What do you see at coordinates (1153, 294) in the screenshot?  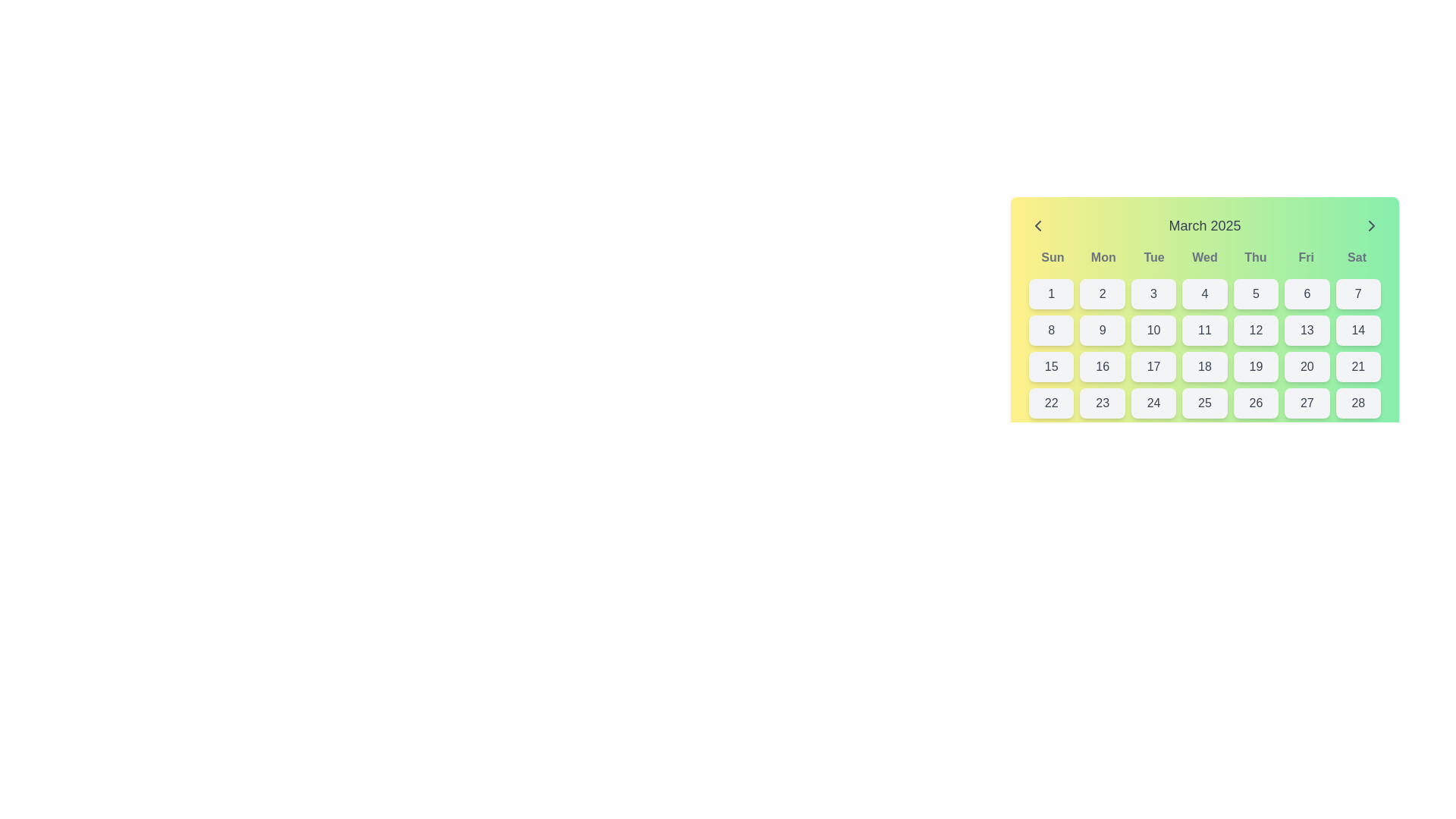 I see `the button labeled '3' in the calendar grid` at bounding box center [1153, 294].